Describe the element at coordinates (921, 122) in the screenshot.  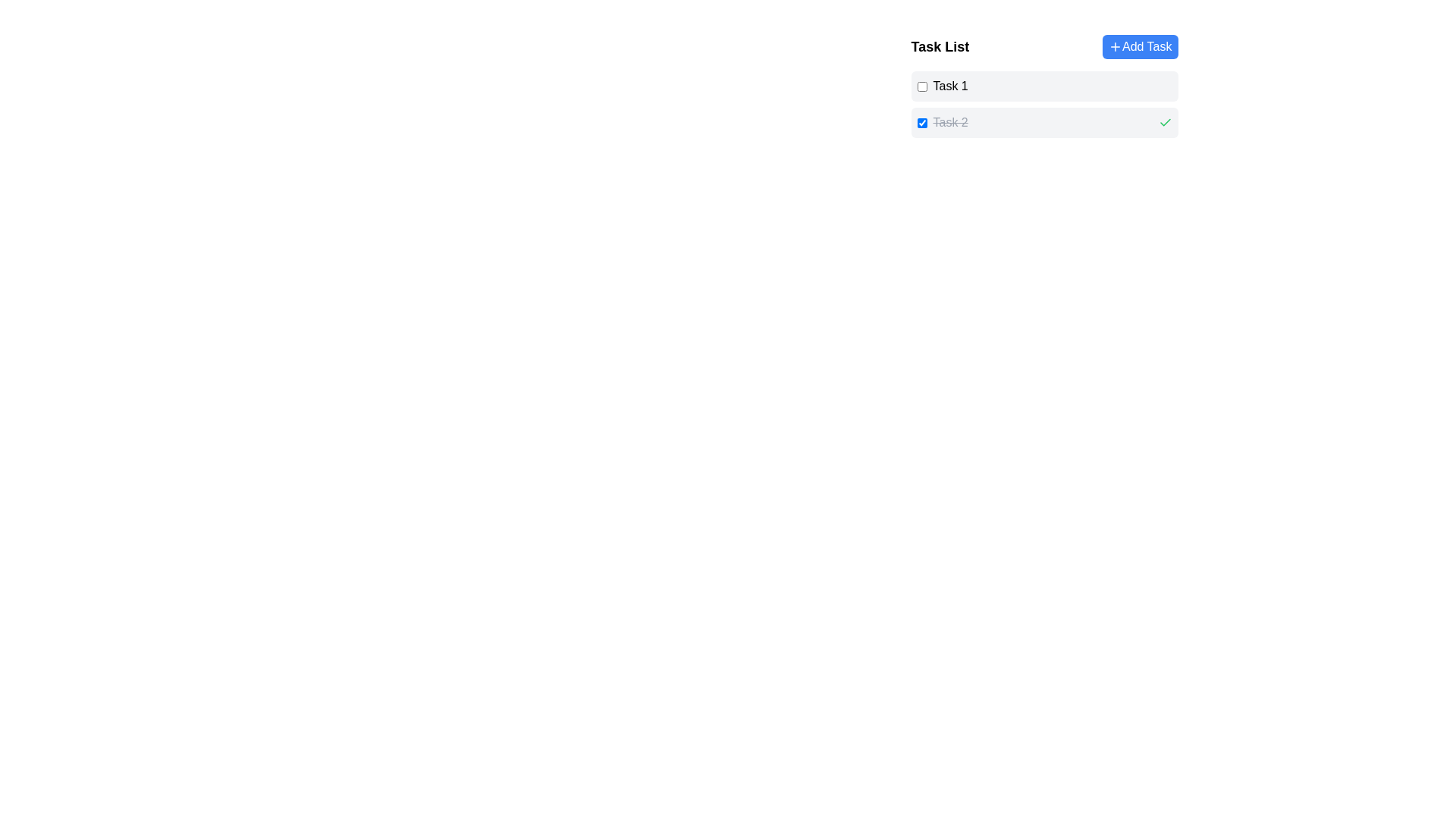
I see `the checkbox next to 'Task 2' in the task list` at that location.